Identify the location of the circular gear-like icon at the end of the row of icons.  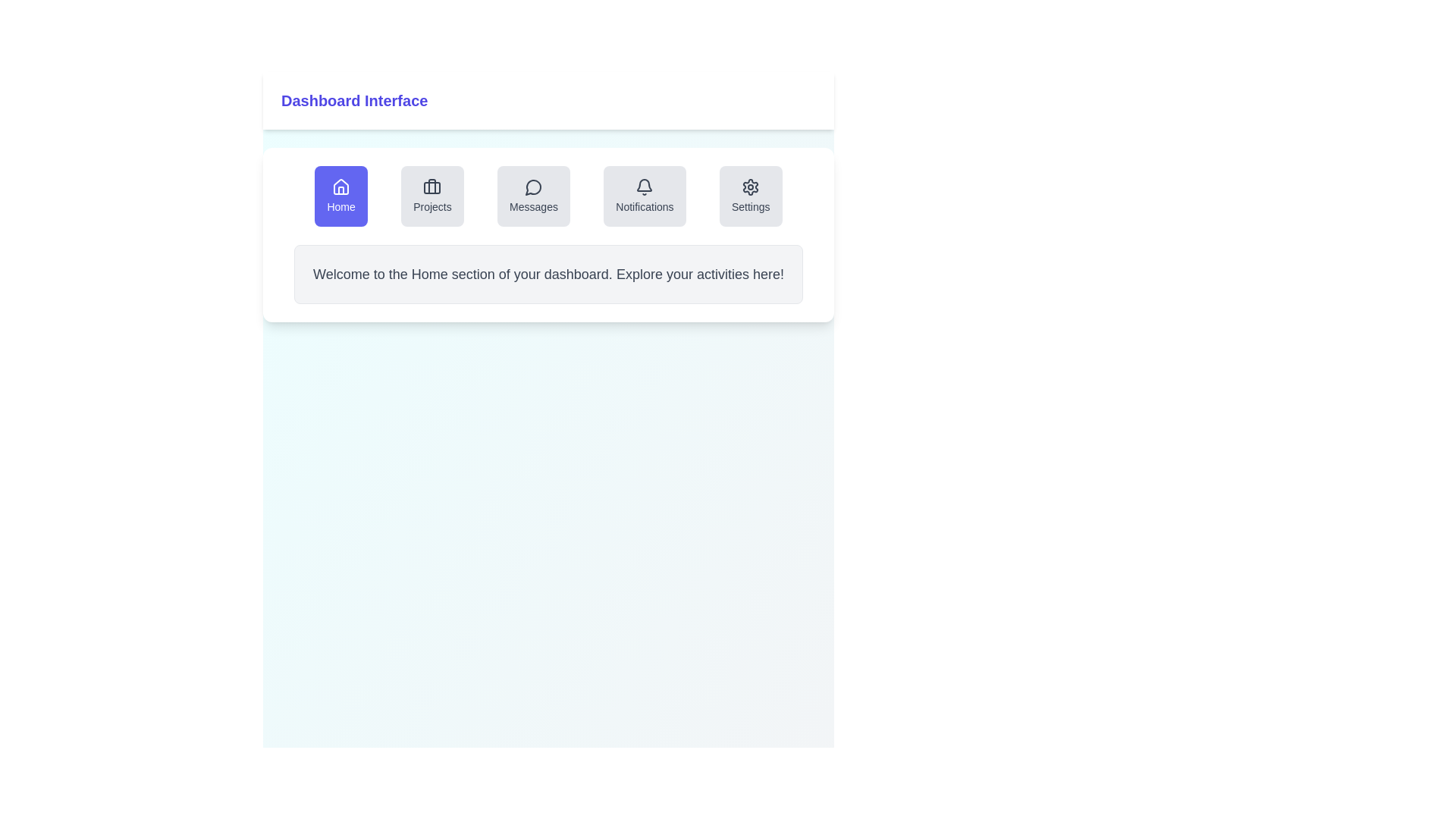
(750, 186).